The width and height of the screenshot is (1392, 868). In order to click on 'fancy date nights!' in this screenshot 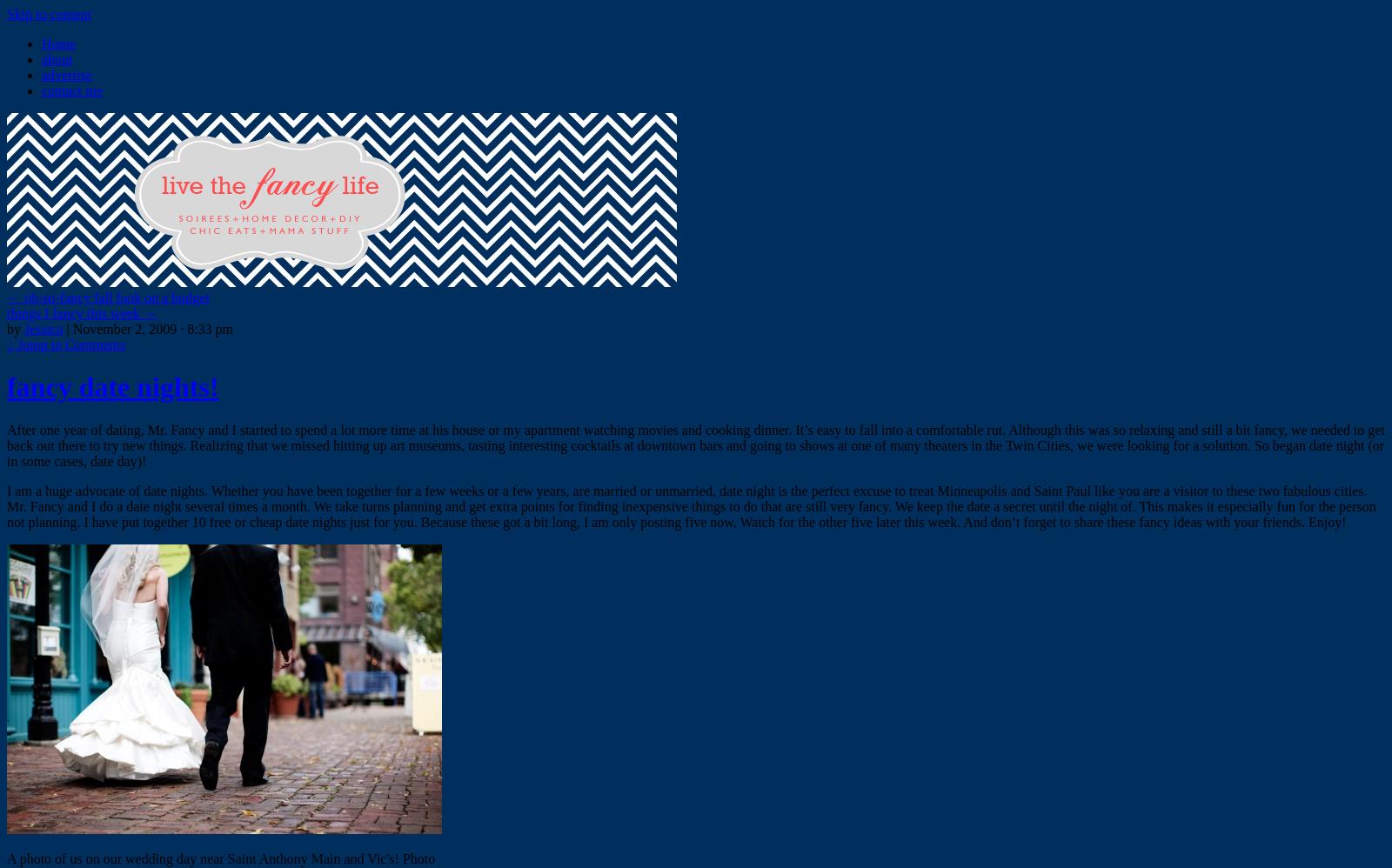, I will do `click(111, 387)`.